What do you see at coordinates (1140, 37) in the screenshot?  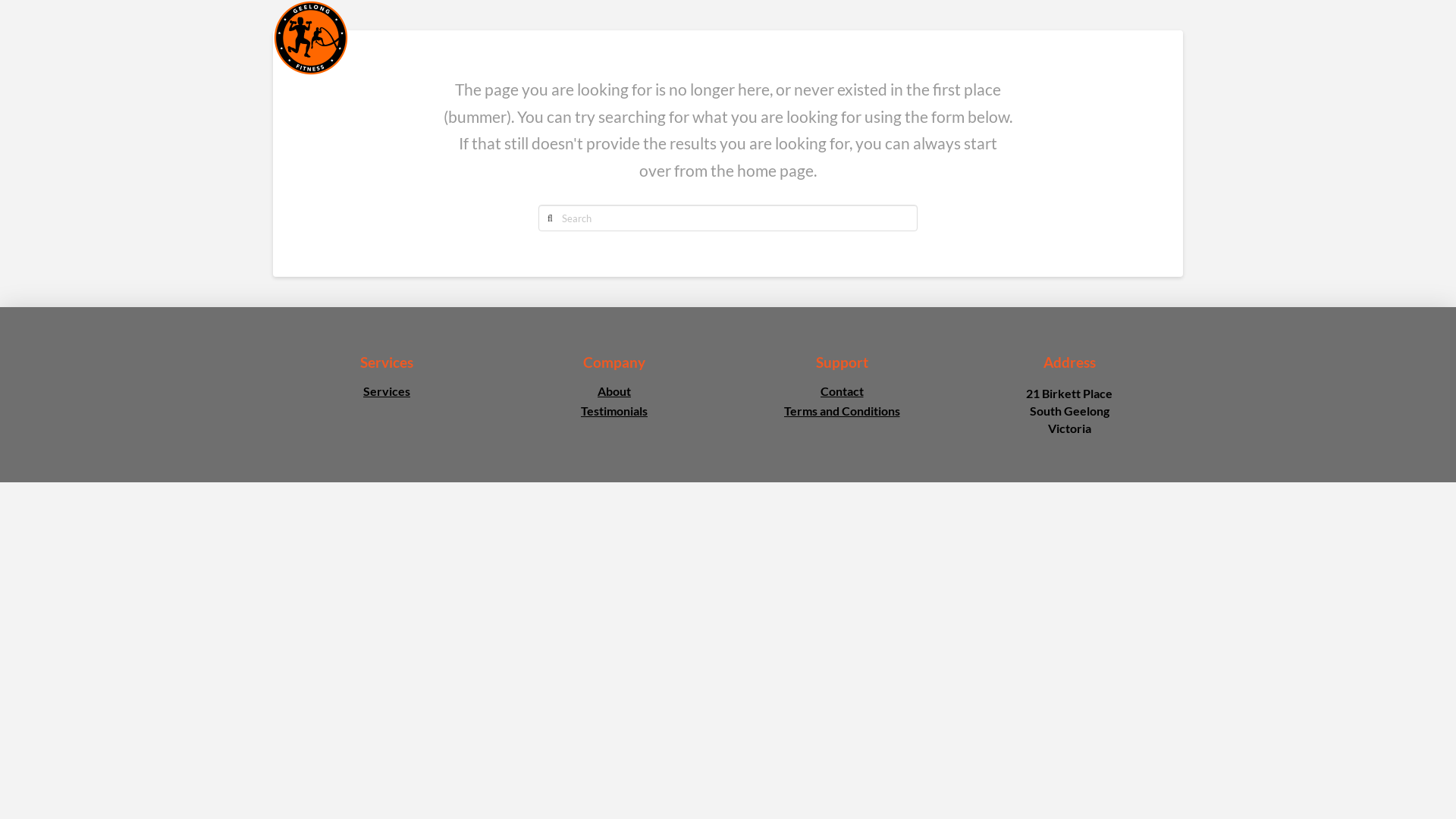 I see `'CONTACT'` at bounding box center [1140, 37].